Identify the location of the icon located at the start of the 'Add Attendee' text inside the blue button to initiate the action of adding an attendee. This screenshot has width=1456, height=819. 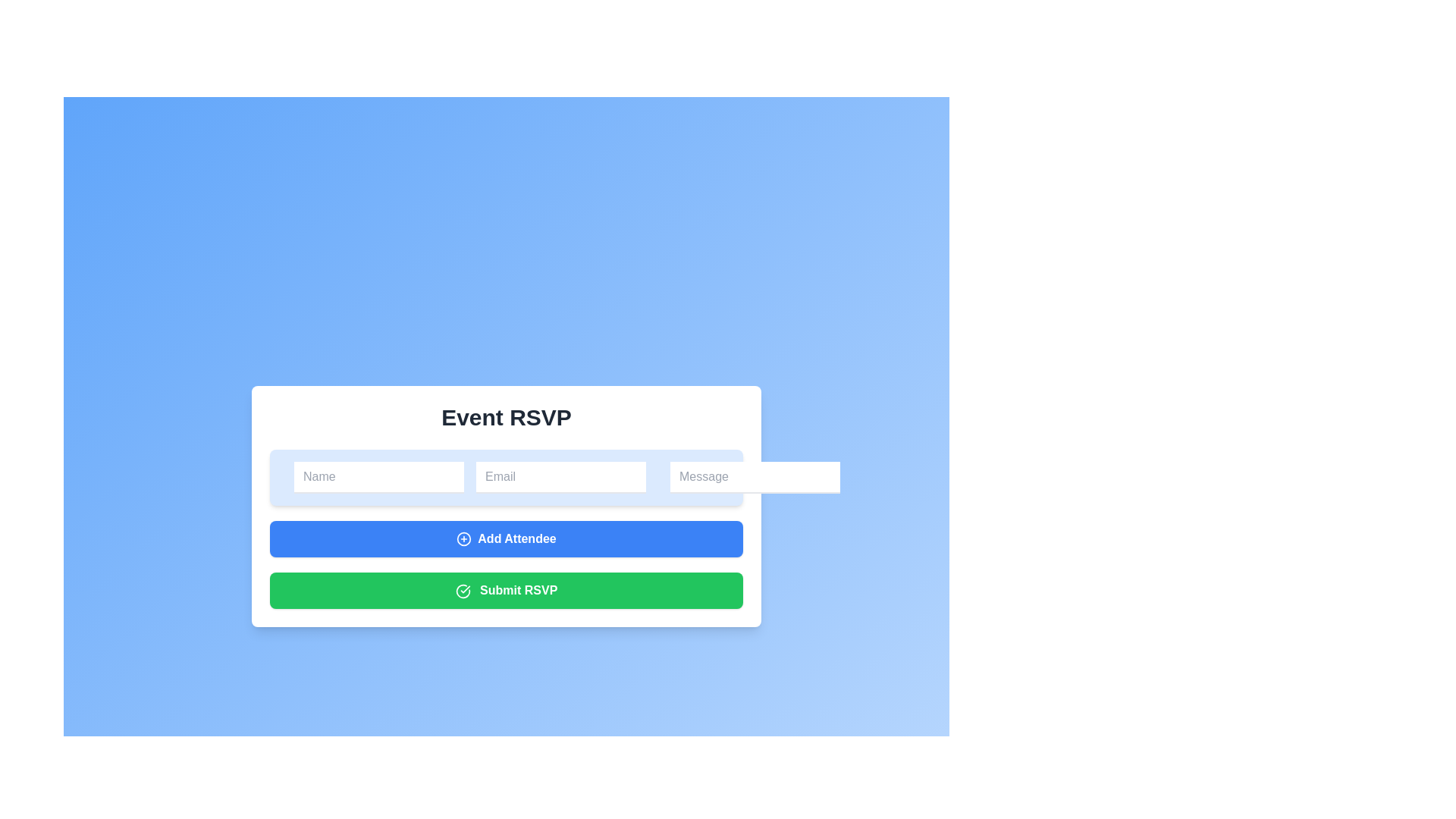
(463, 538).